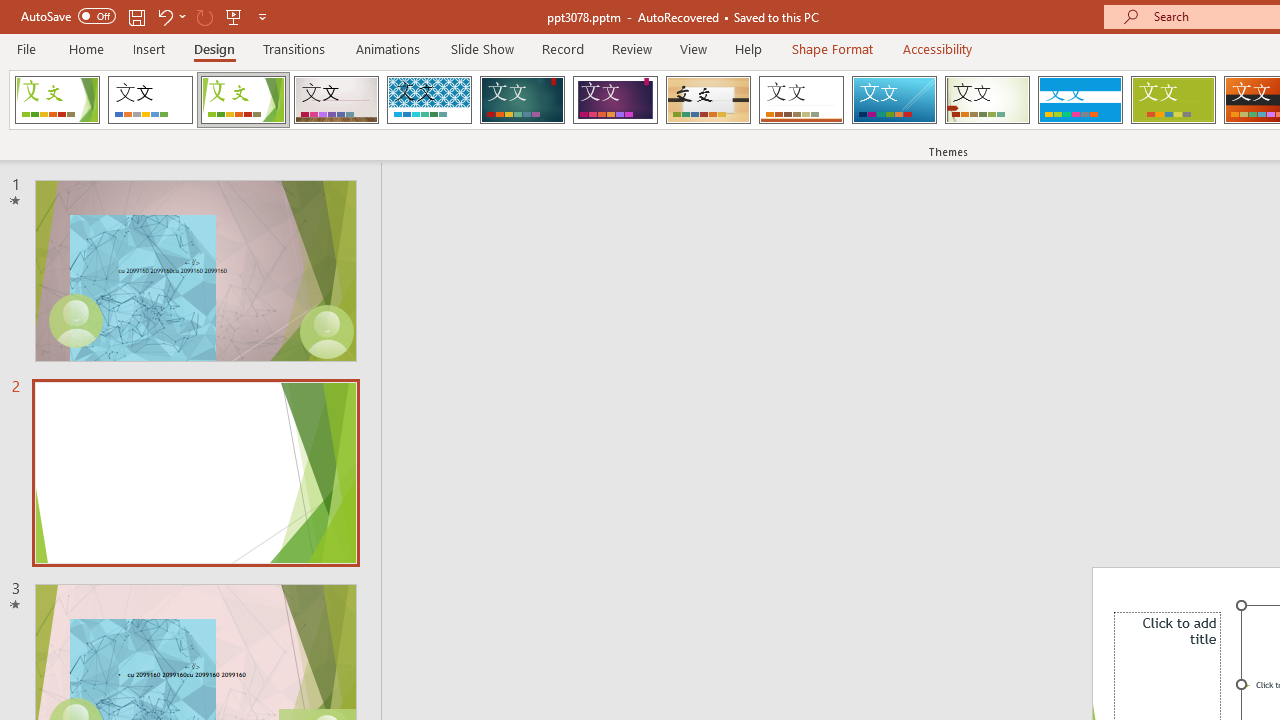 The image size is (1280, 720). I want to click on 'Ion', so click(522, 100).